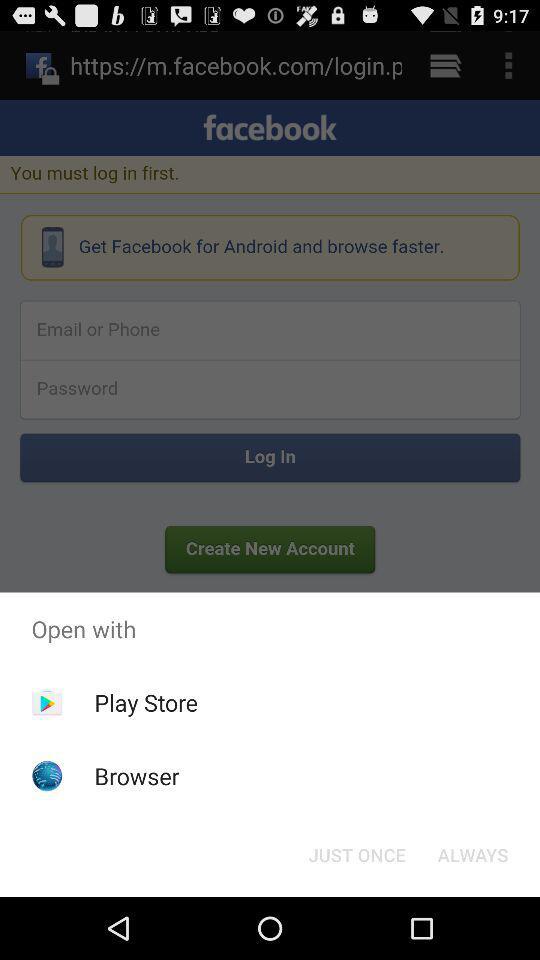 The width and height of the screenshot is (540, 960). What do you see at coordinates (356, 853) in the screenshot?
I see `just once button` at bounding box center [356, 853].